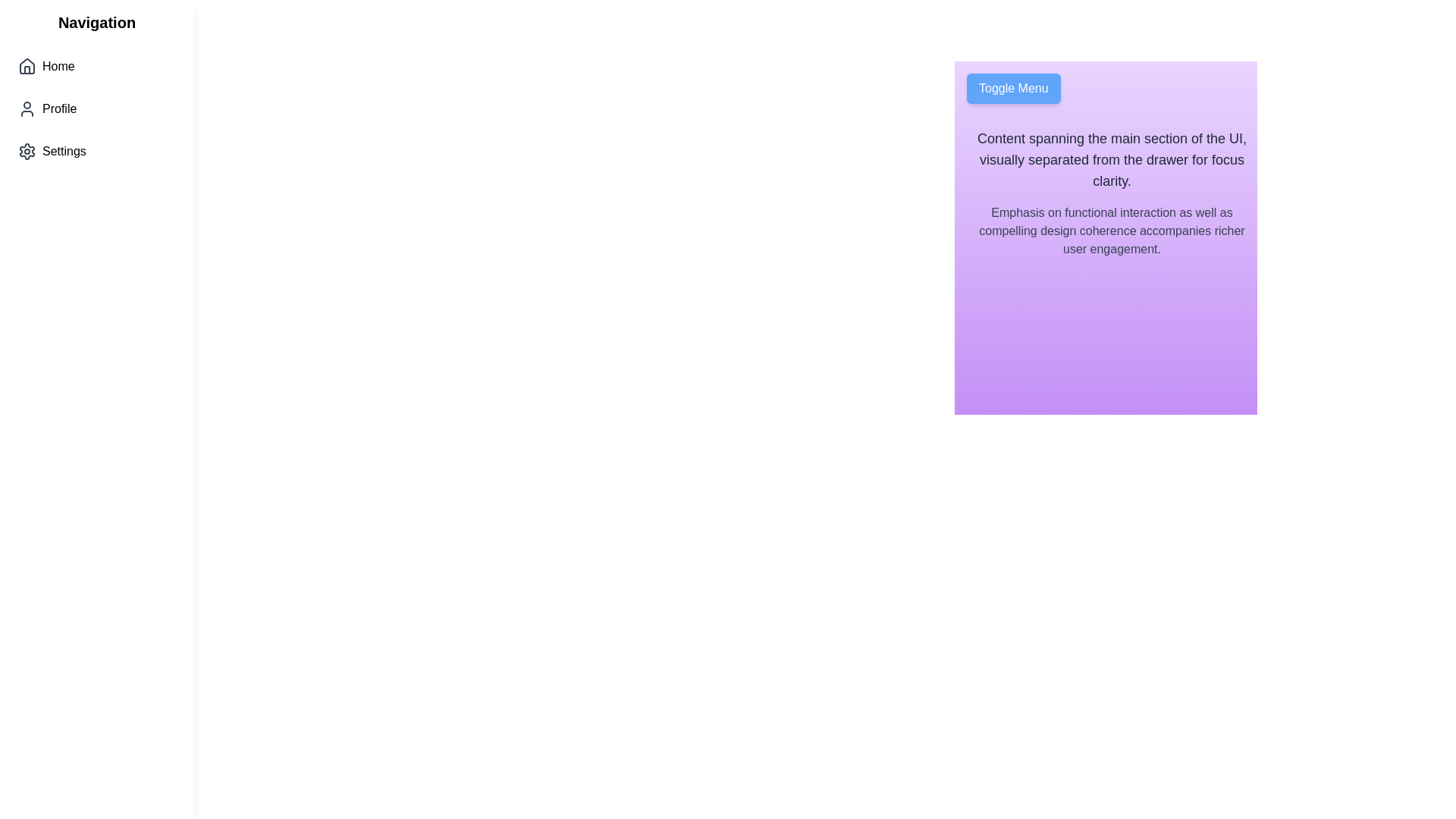 This screenshot has width=1456, height=819. Describe the element at coordinates (27, 152) in the screenshot. I see `the dark blue gear icon labeled 'Settings' in the navigation sidebar` at that location.